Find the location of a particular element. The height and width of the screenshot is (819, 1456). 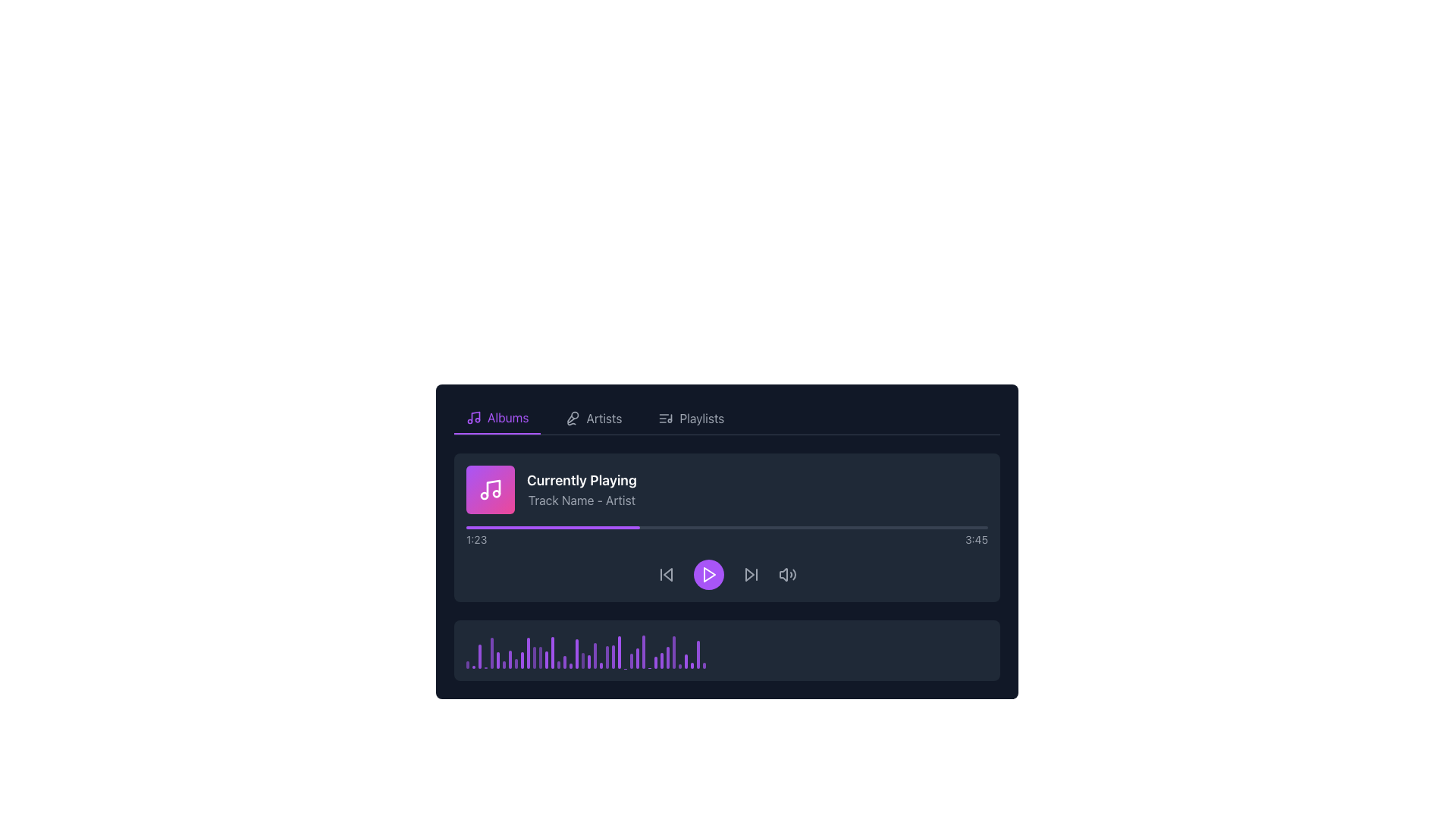

the volume control icon located on the far right side of the bottom control bar is located at coordinates (783, 575).